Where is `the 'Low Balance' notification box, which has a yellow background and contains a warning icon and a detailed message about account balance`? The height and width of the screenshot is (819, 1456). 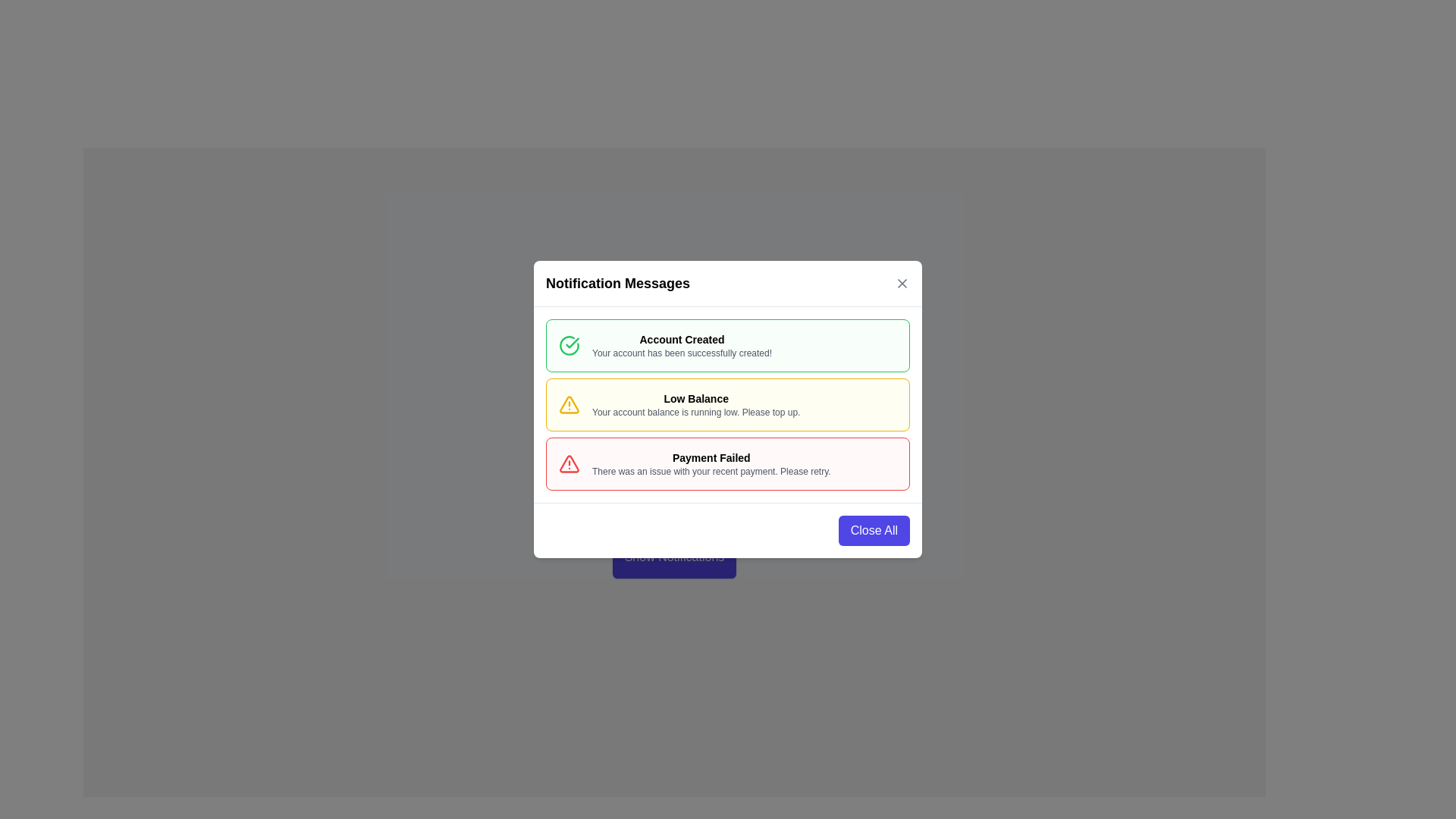 the 'Low Balance' notification box, which has a yellow background and contains a warning icon and a detailed message about account balance is located at coordinates (728, 403).